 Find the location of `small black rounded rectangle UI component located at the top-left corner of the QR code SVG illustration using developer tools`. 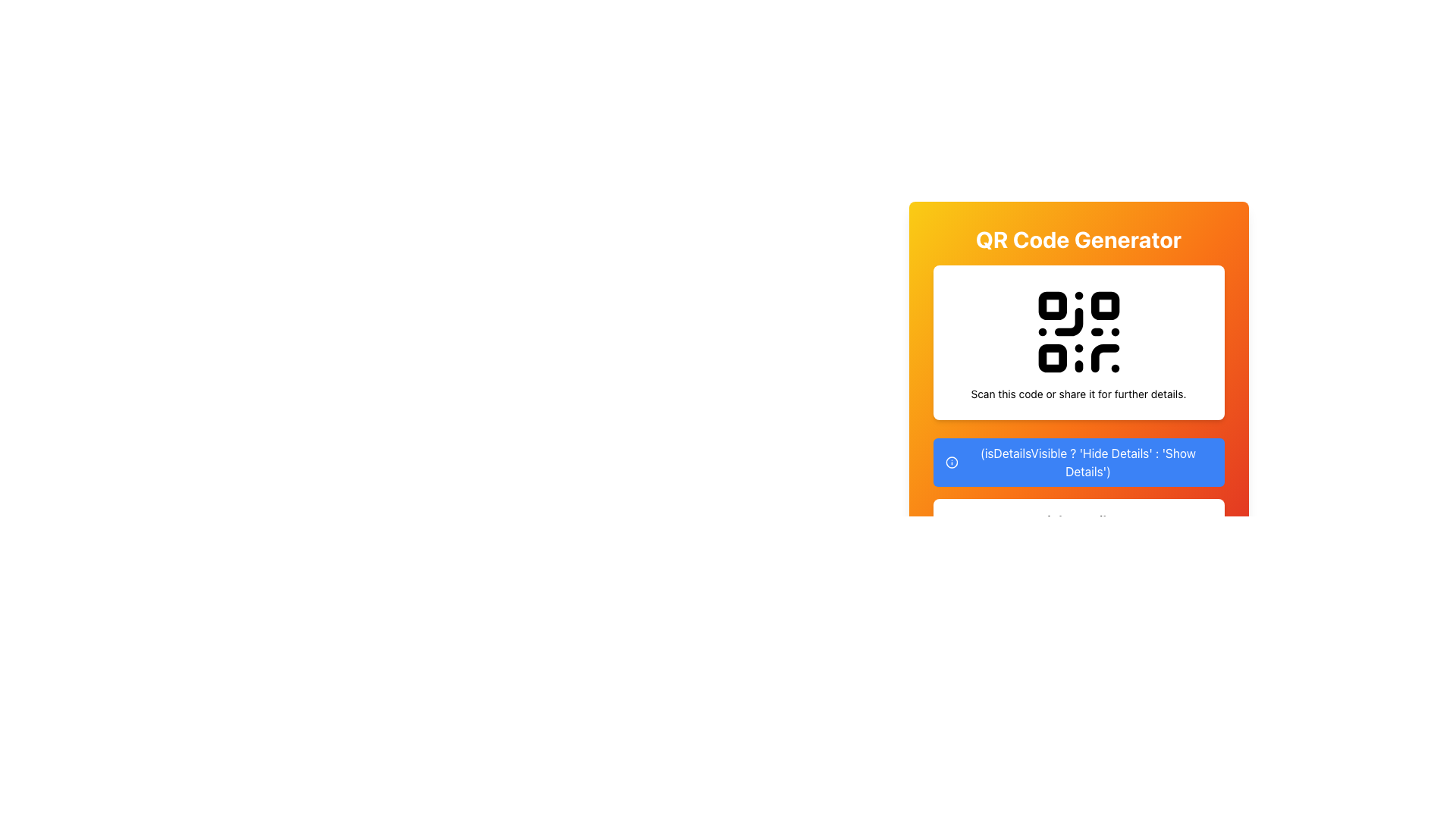

small black rounded rectangle UI component located at the top-left corner of the QR code SVG illustration using developer tools is located at coordinates (1051, 306).